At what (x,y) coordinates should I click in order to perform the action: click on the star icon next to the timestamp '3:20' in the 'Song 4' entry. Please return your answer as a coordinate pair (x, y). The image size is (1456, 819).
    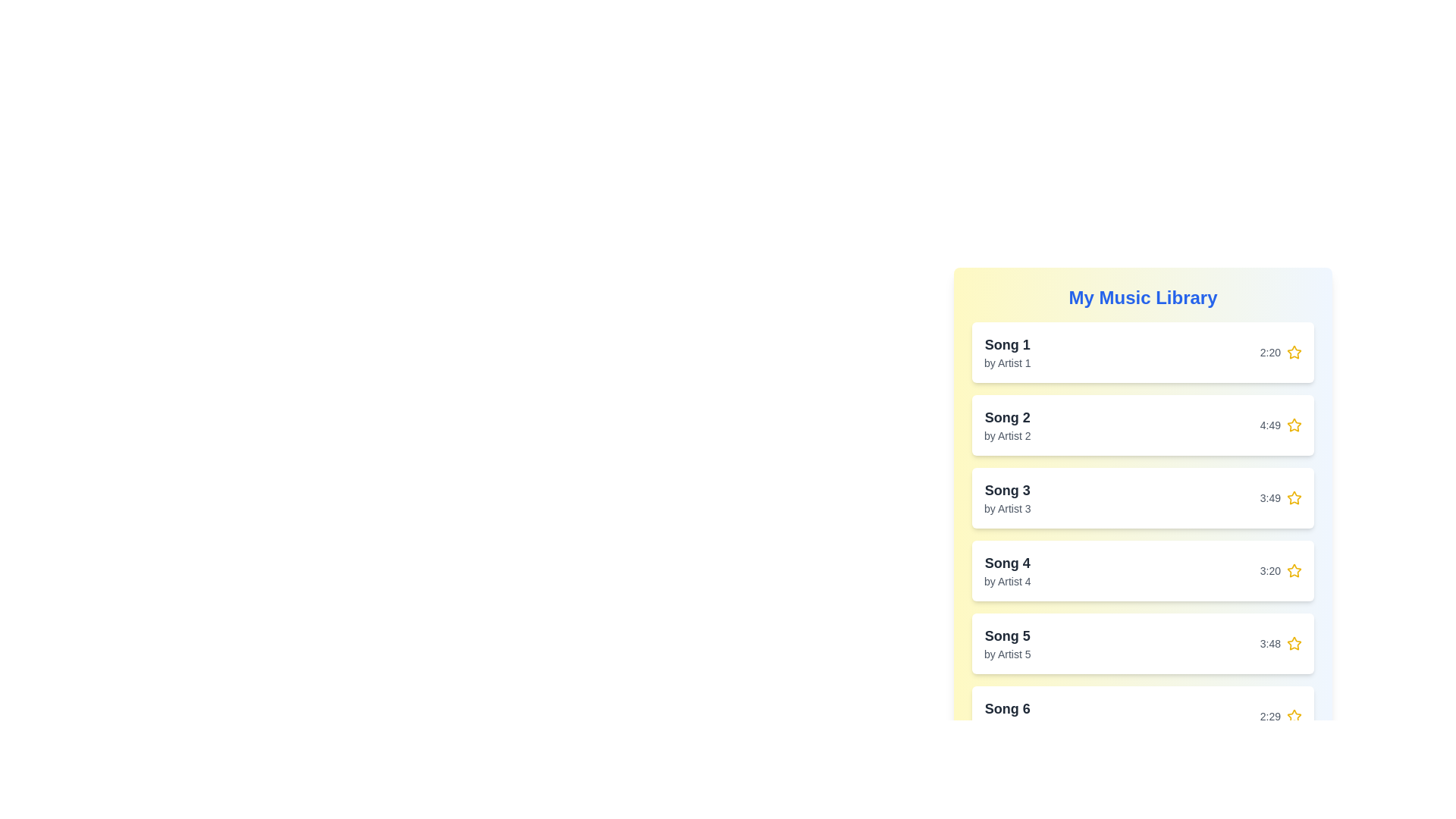
    Looking at the image, I should click on (1294, 570).